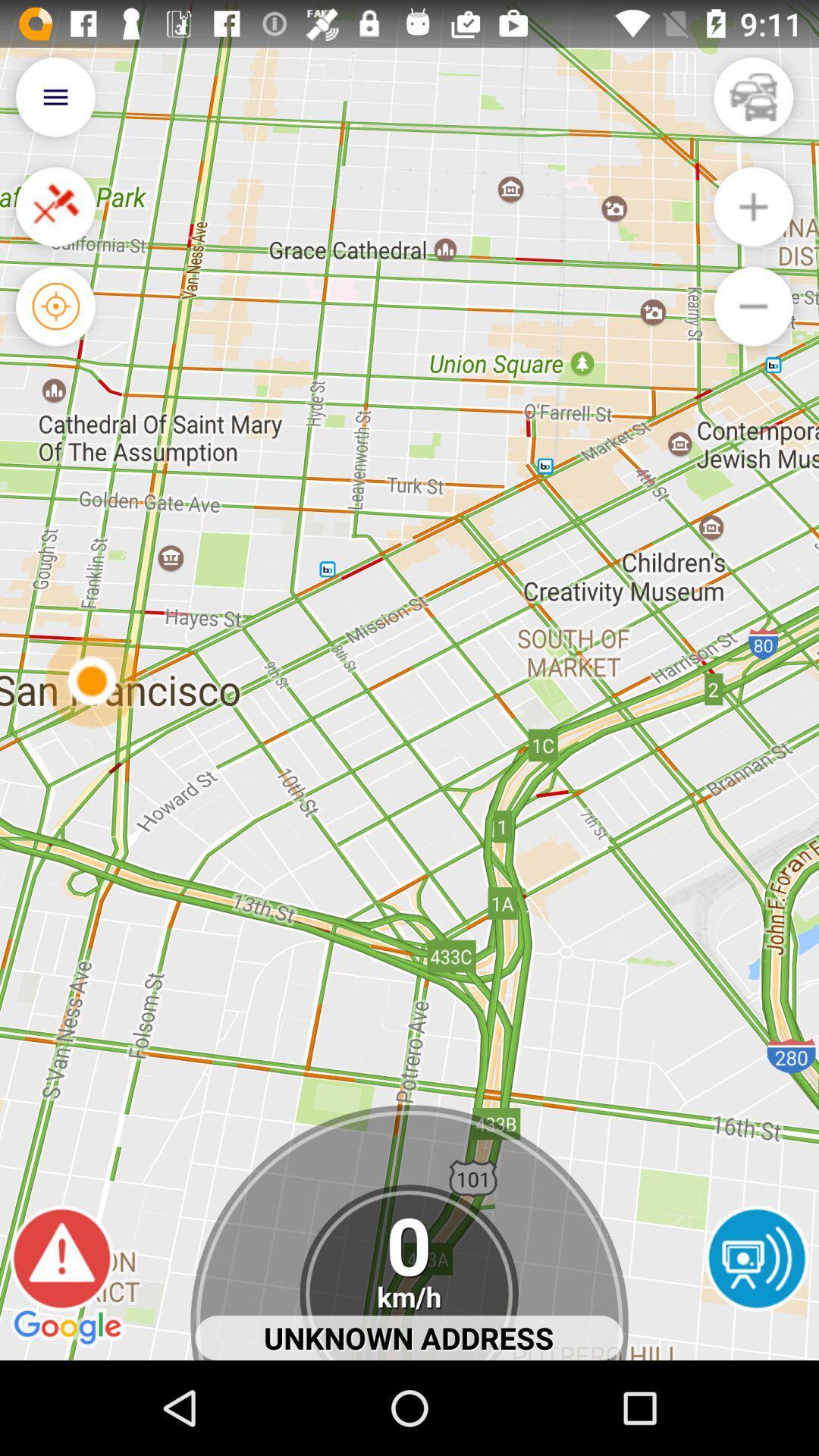  What do you see at coordinates (753, 221) in the screenshot?
I see `the add icon` at bounding box center [753, 221].